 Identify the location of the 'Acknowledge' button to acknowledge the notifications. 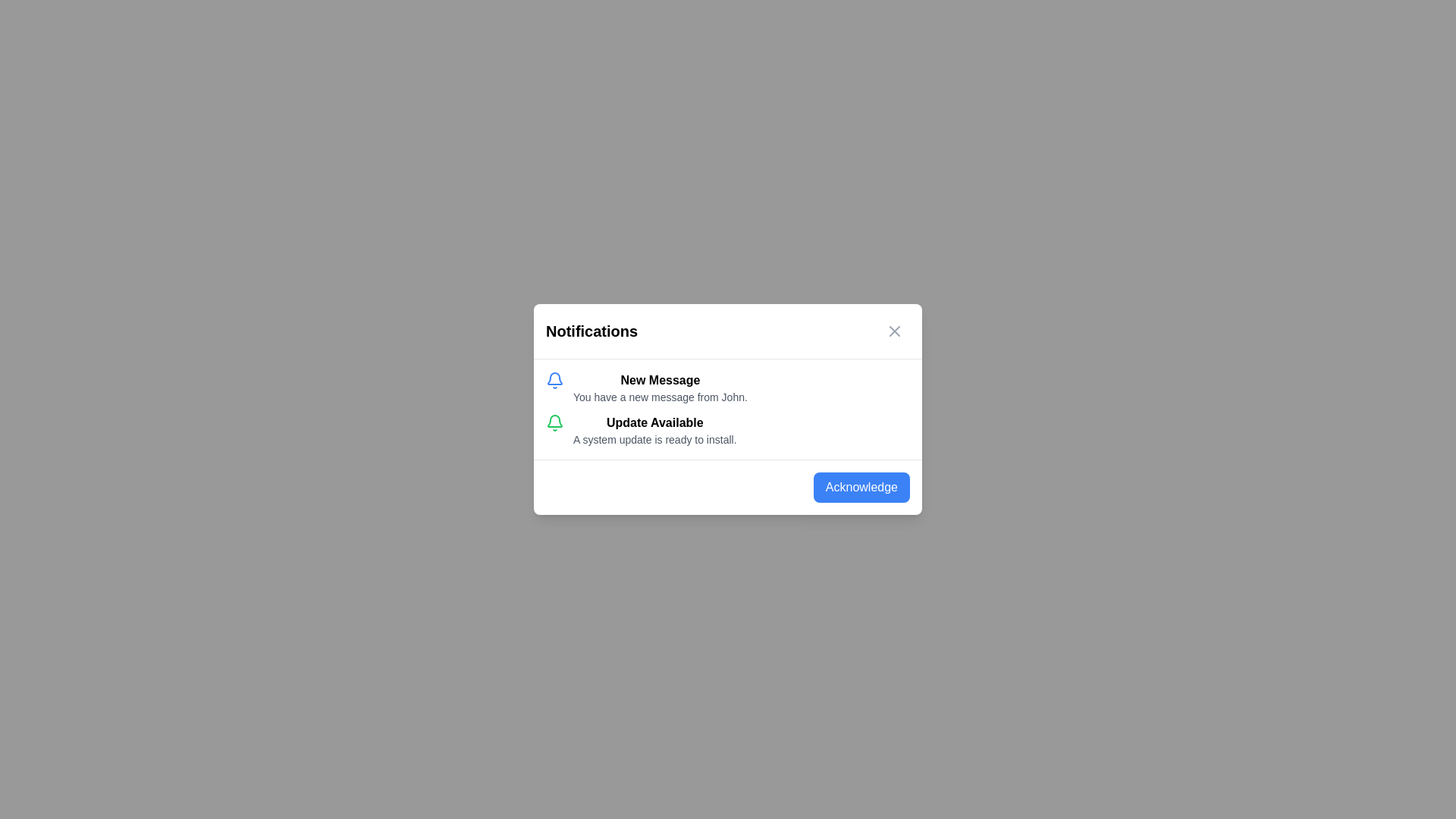
(861, 488).